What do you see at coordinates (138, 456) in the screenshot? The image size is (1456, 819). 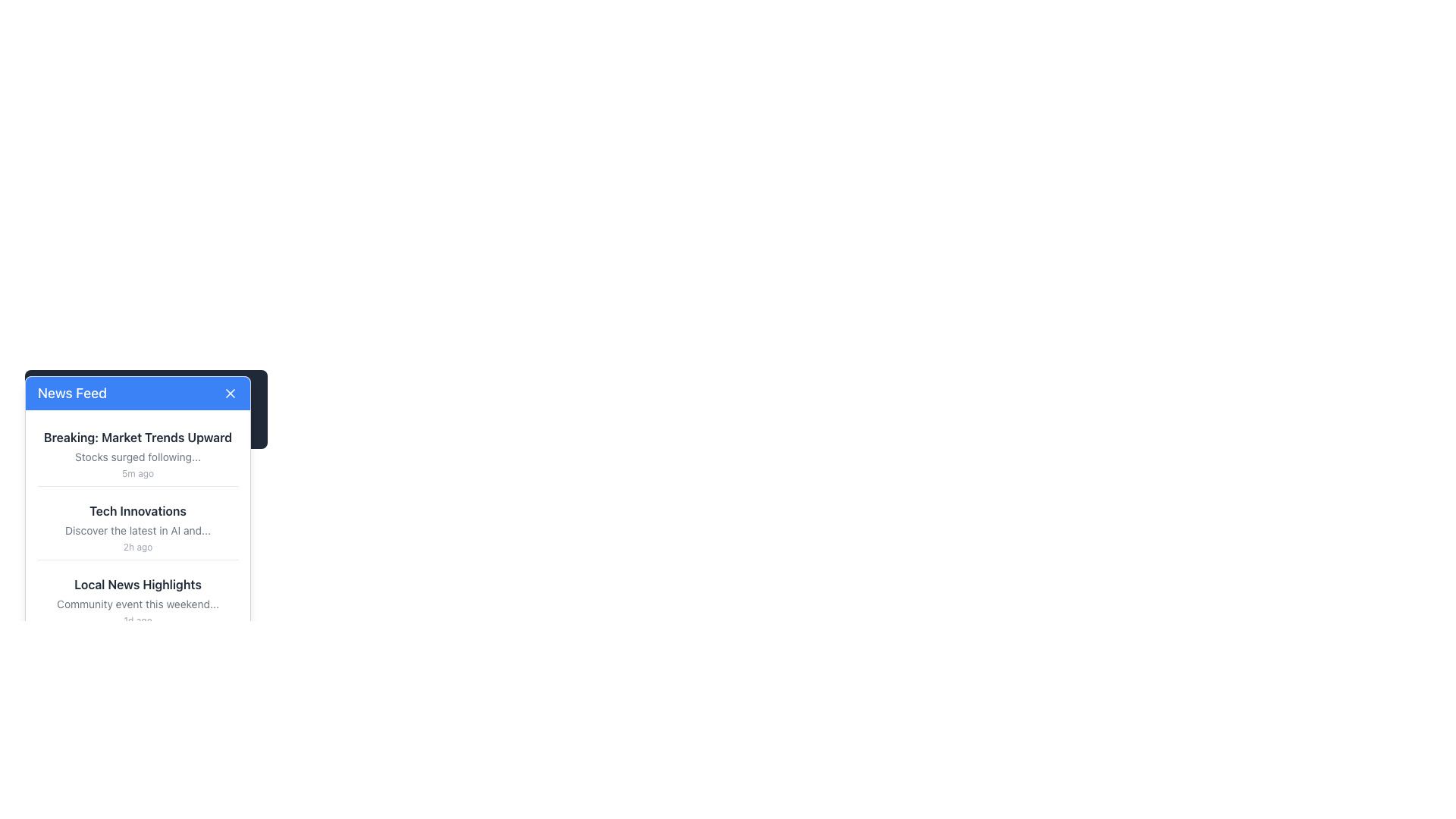 I see `line of text styled with a smaller font and muted gray color that reads 'Stocks surged following...', located below the title 'Breaking: Market Trends Upward' and above the timestamp '5m ago'` at bounding box center [138, 456].